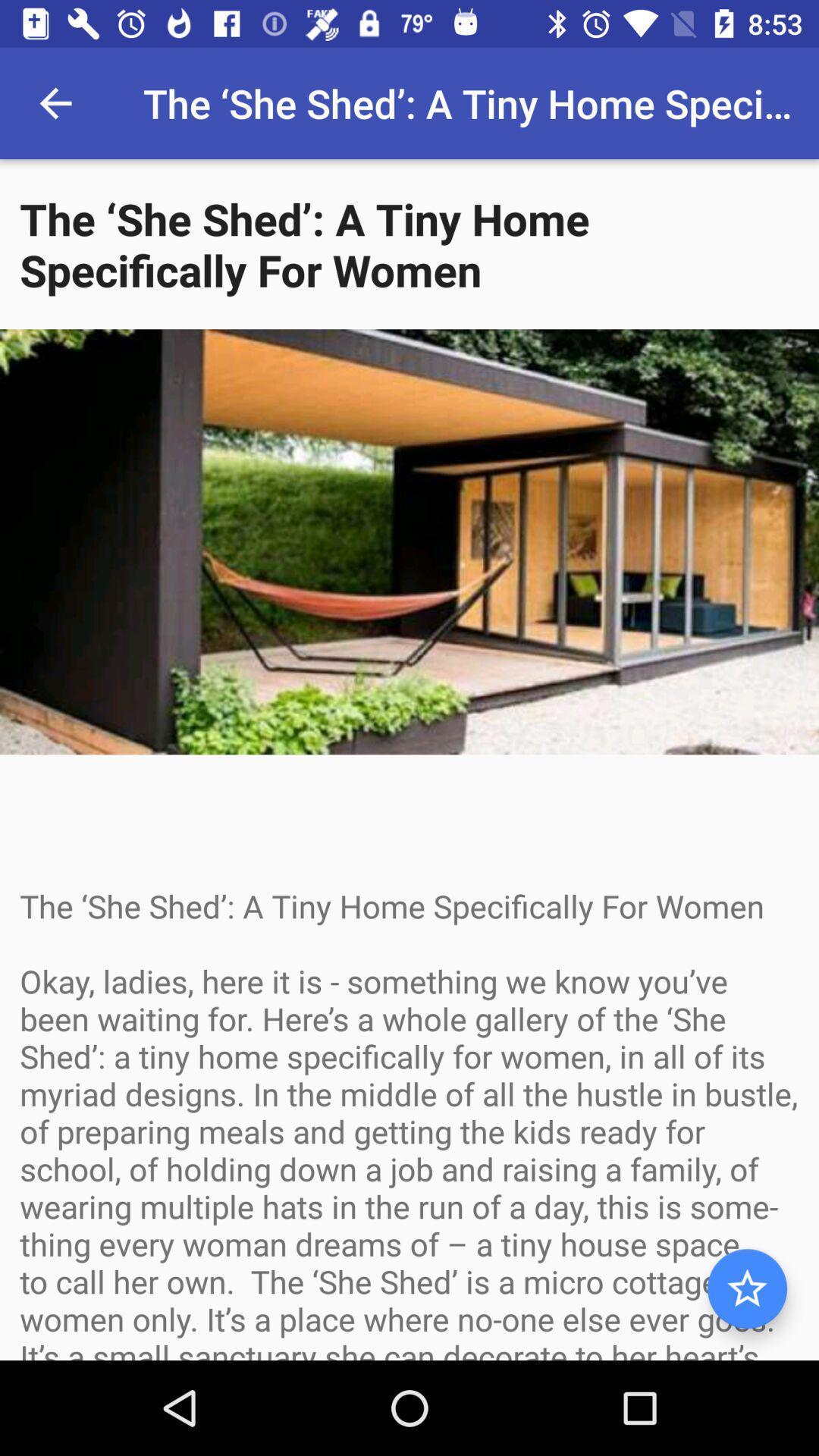 Image resolution: width=819 pixels, height=1456 pixels. Describe the element at coordinates (746, 1288) in the screenshot. I see `the icon at the bottom right corner` at that location.